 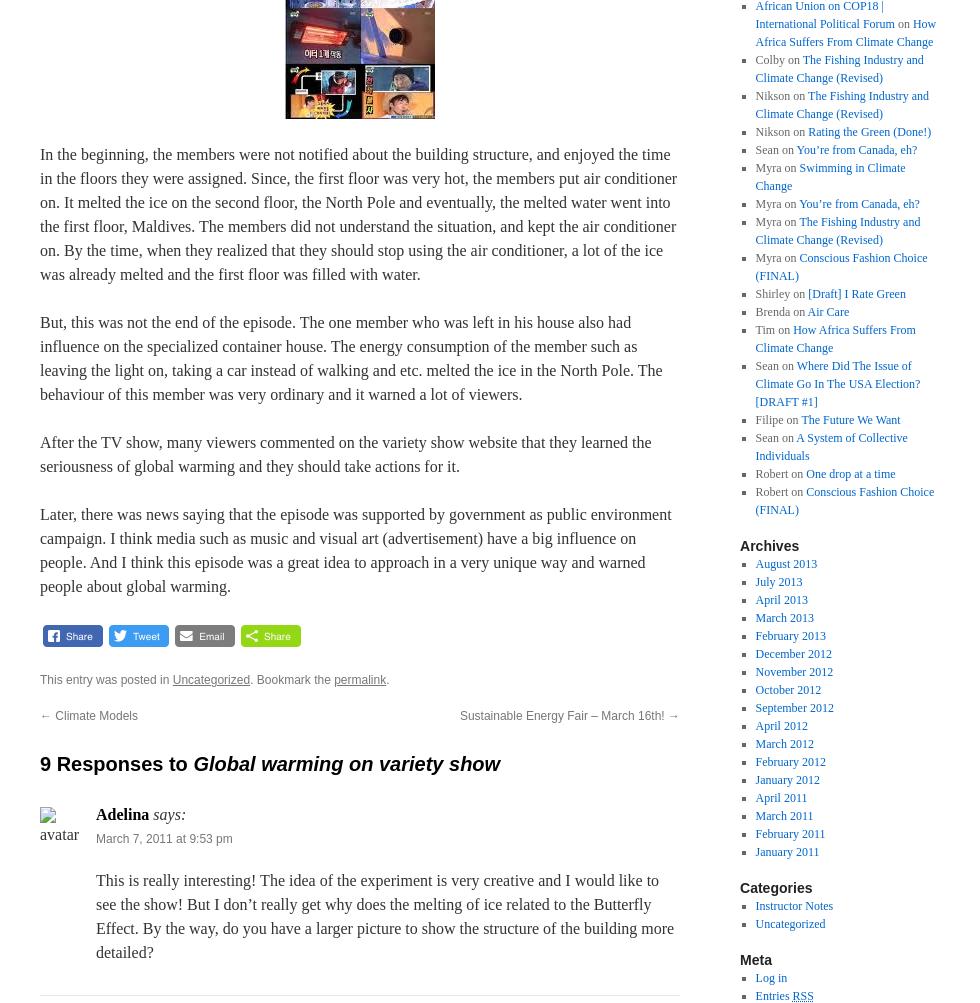 I want to click on 'Archives', so click(x=769, y=545).